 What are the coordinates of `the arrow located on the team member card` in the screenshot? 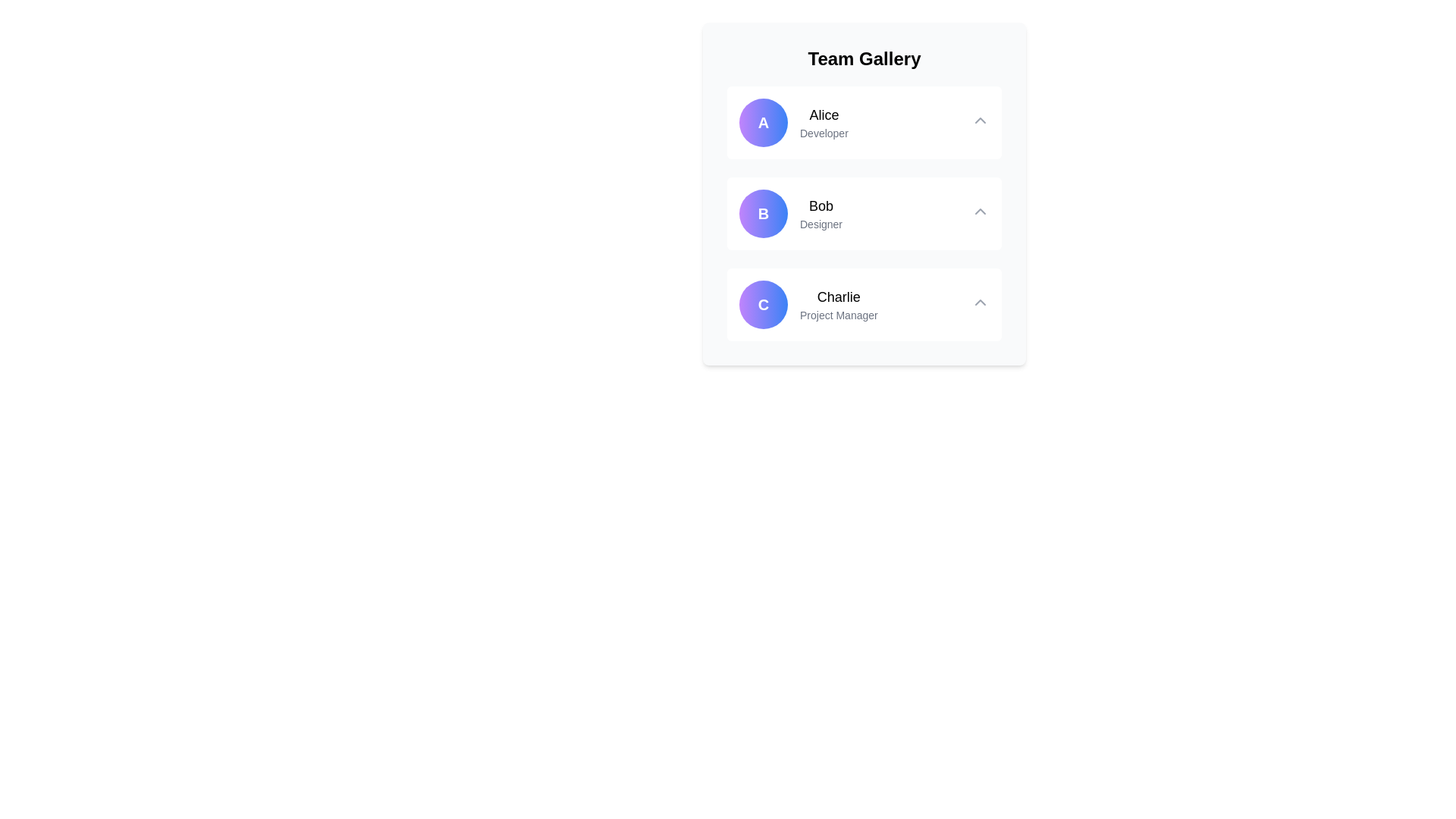 It's located at (864, 304).